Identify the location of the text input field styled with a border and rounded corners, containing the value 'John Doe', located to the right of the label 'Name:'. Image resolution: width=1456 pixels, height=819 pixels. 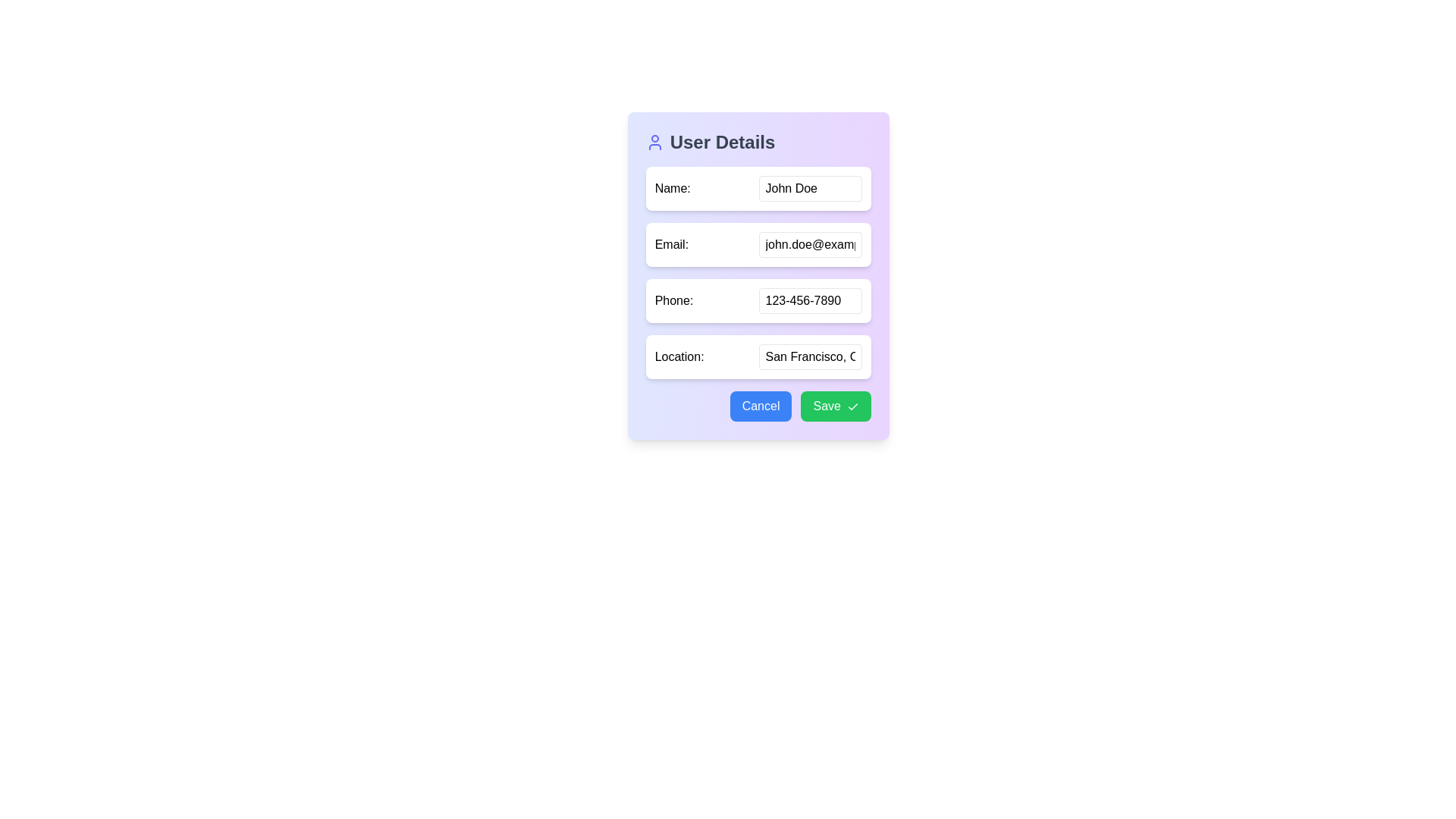
(809, 188).